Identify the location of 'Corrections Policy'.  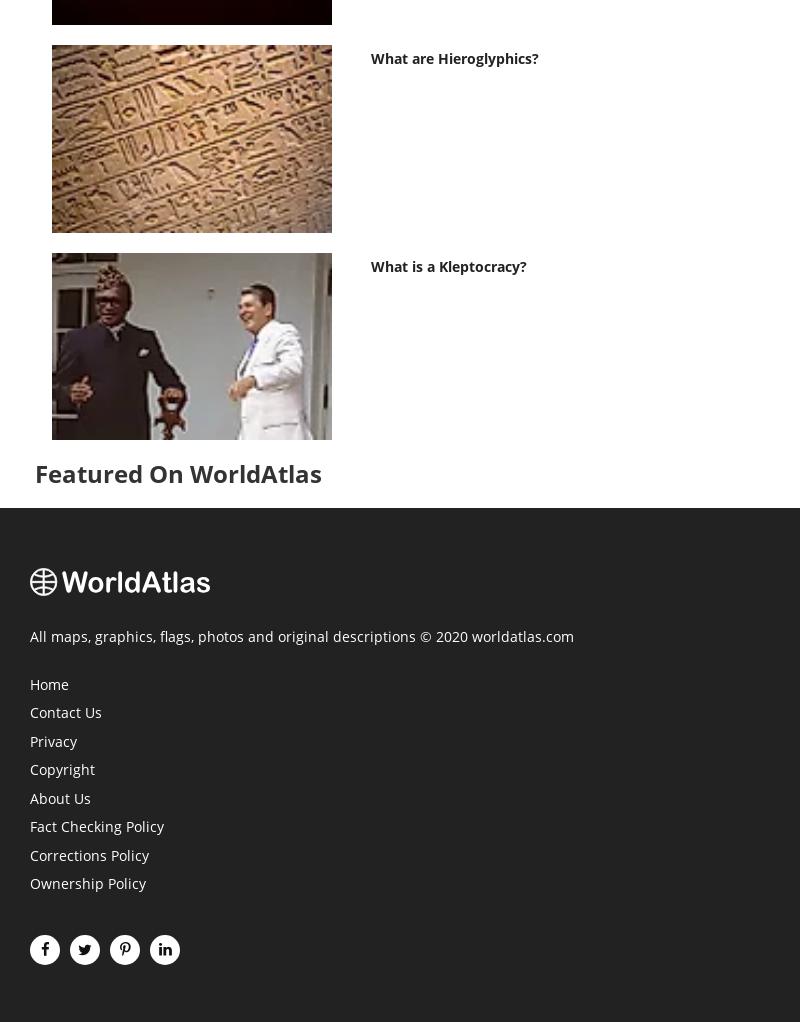
(30, 855).